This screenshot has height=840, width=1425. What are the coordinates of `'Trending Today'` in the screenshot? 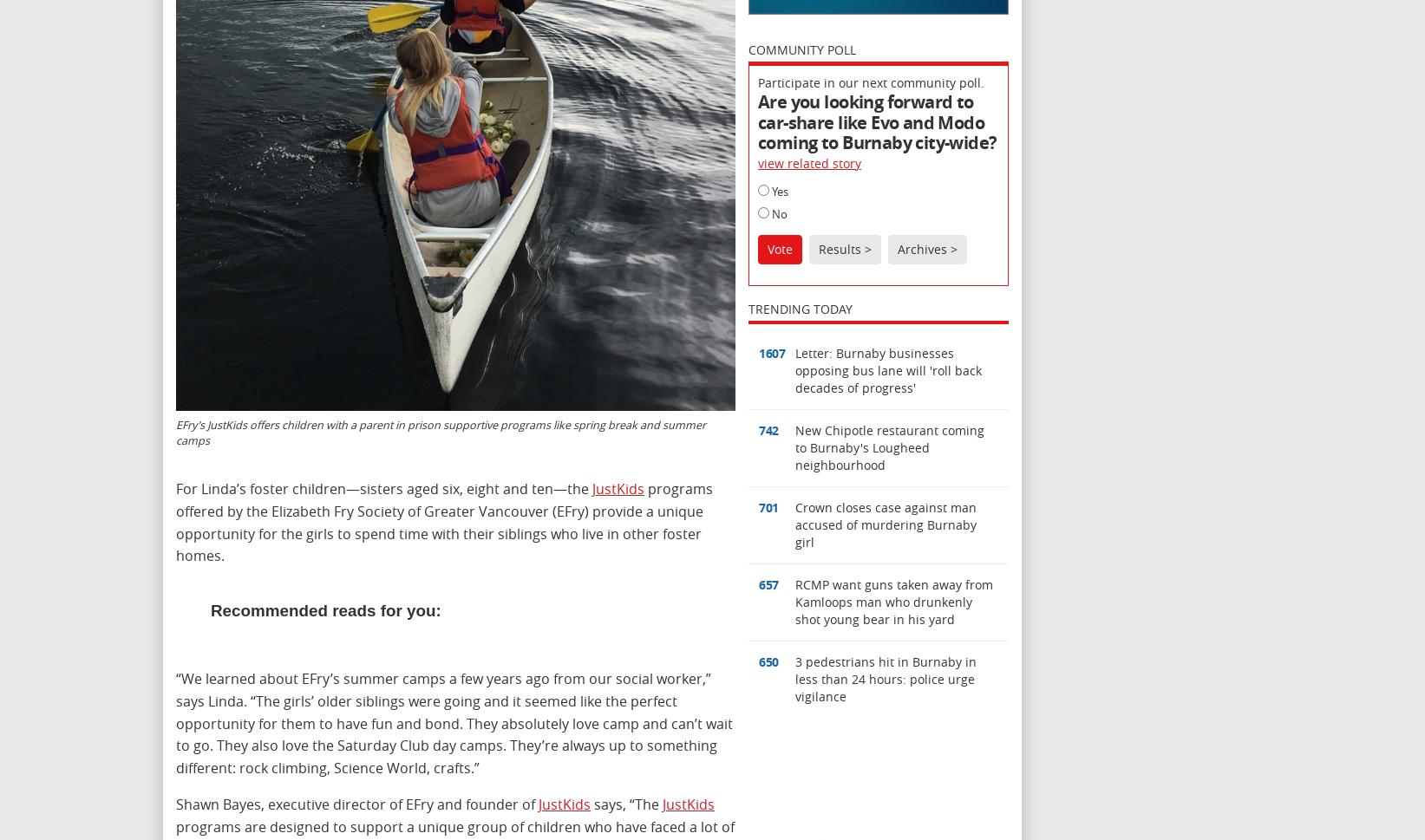 It's located at (801, 309).